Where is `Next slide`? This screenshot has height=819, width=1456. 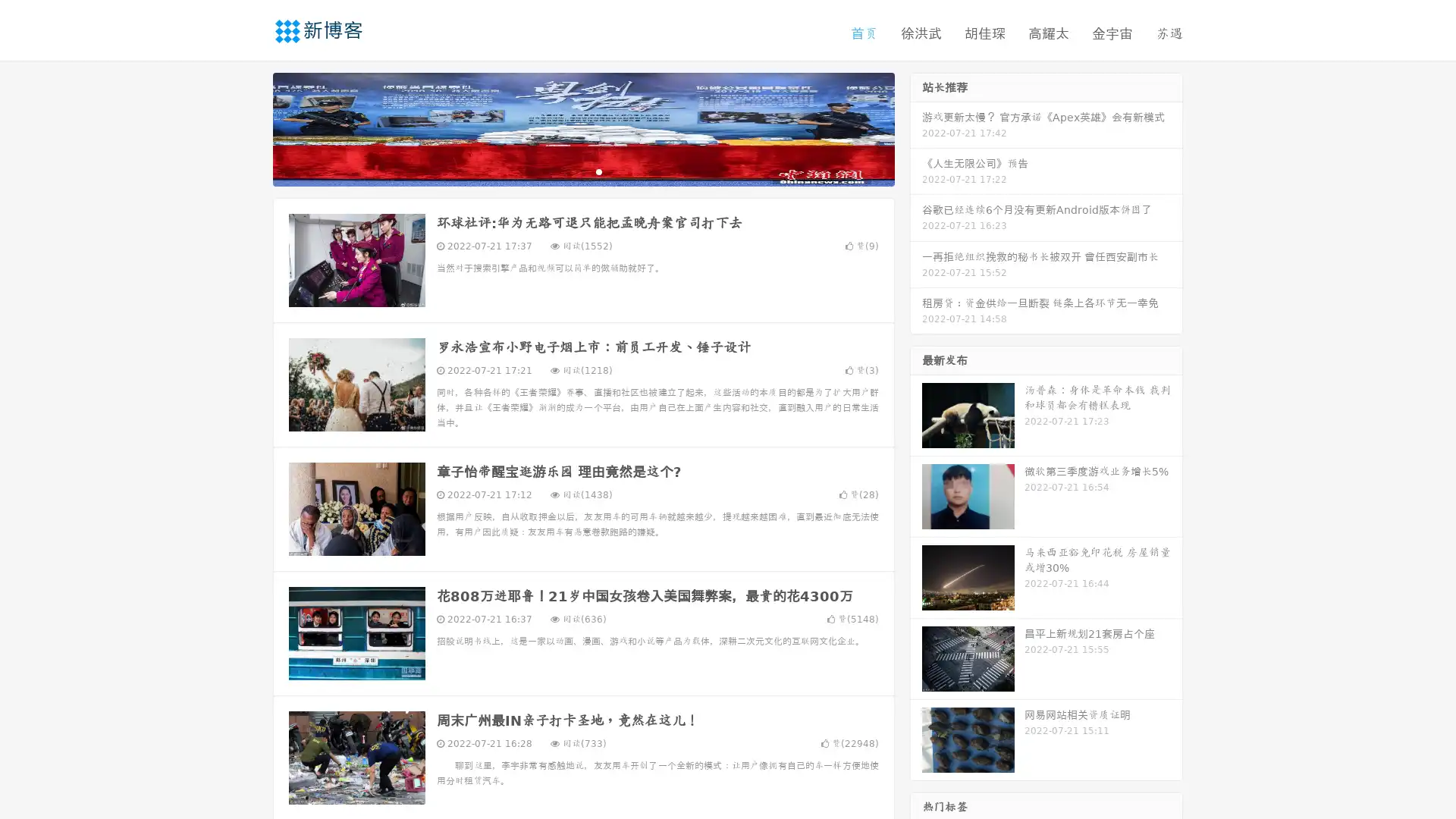
Next slide is located at coordinates (916, 127).